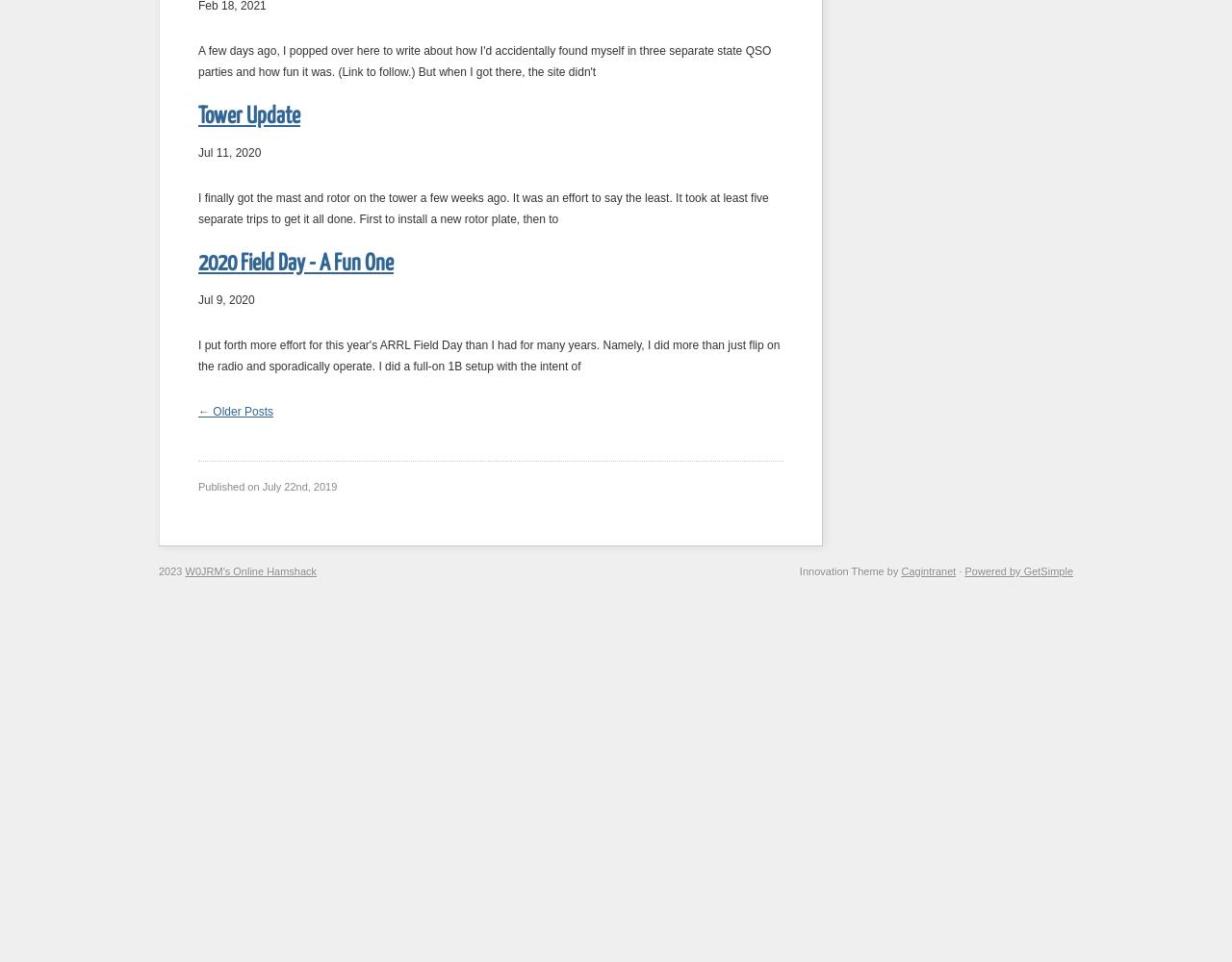  Describe the element at coordinates (226, 300) in the screenshot. I see `'Jul  9, 2020'` at that location.